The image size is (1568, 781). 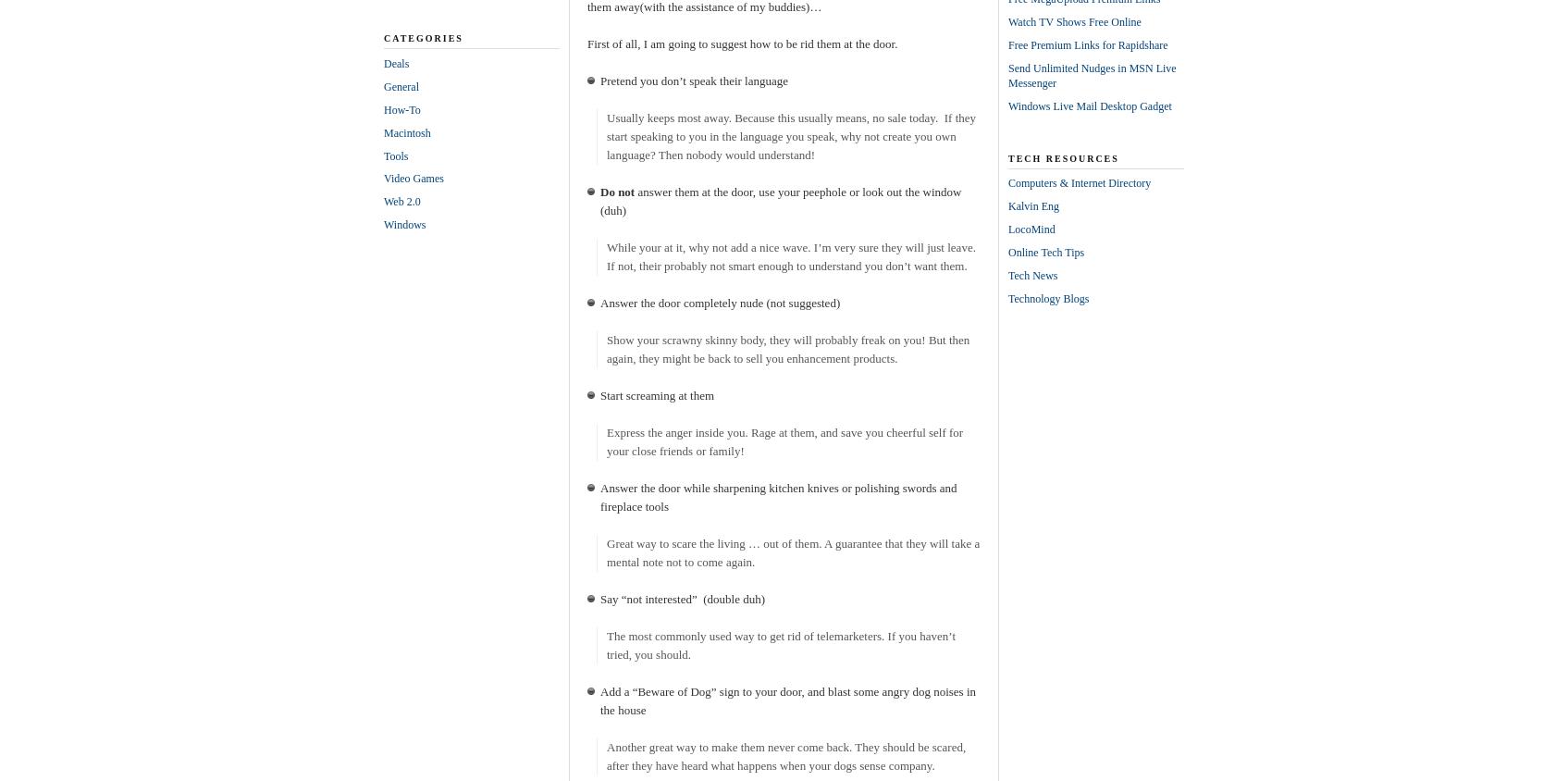 What do you see at coordinates (617, 192) in the screenshot?
I see `'Do not'` at bounding box center [617, 192].